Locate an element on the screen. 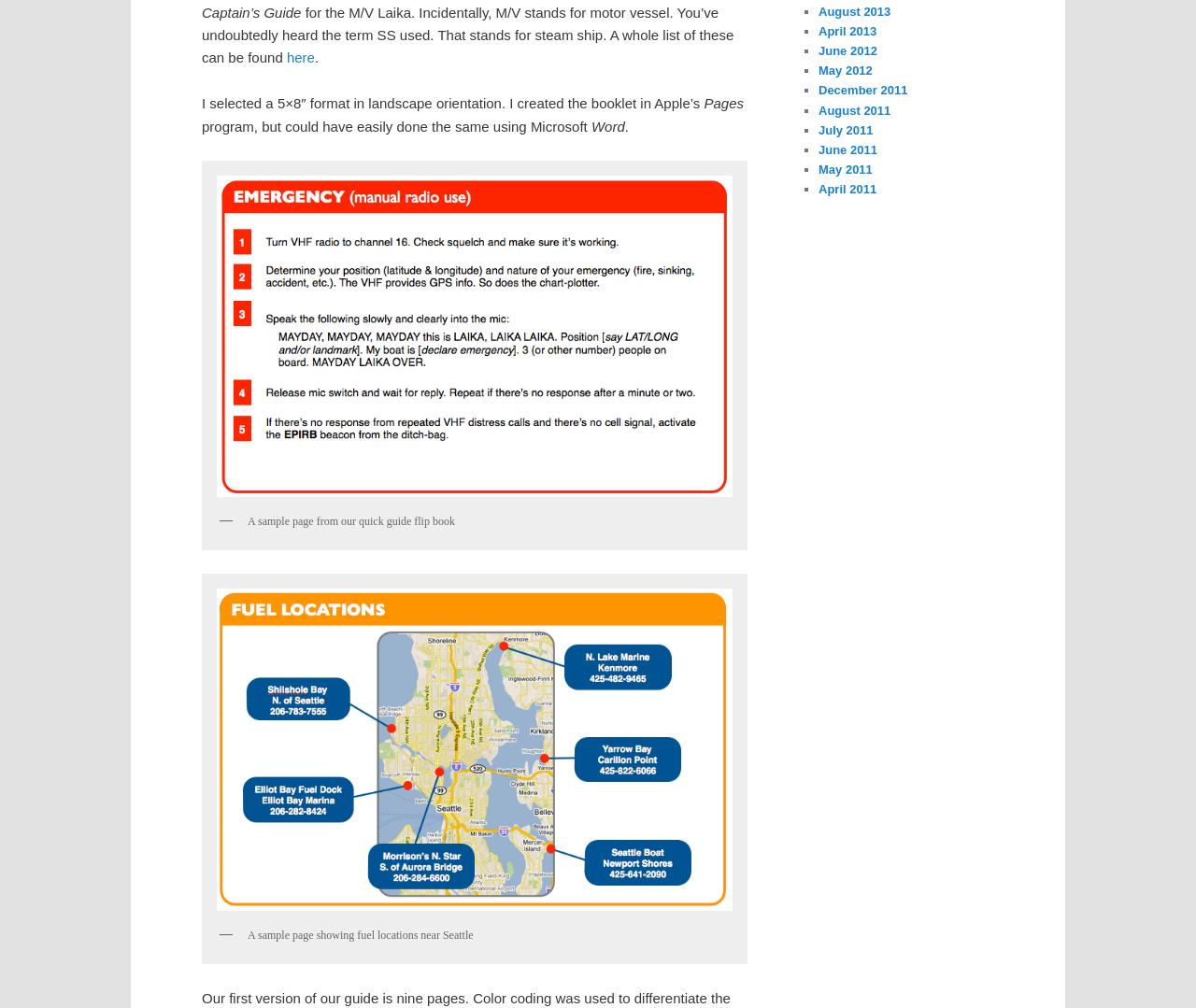 Image resolution: width=1196 pixels, height=1008 pixels. 'program, but could have easily done the same using Microsoft' is located at coordinates (395, 124).